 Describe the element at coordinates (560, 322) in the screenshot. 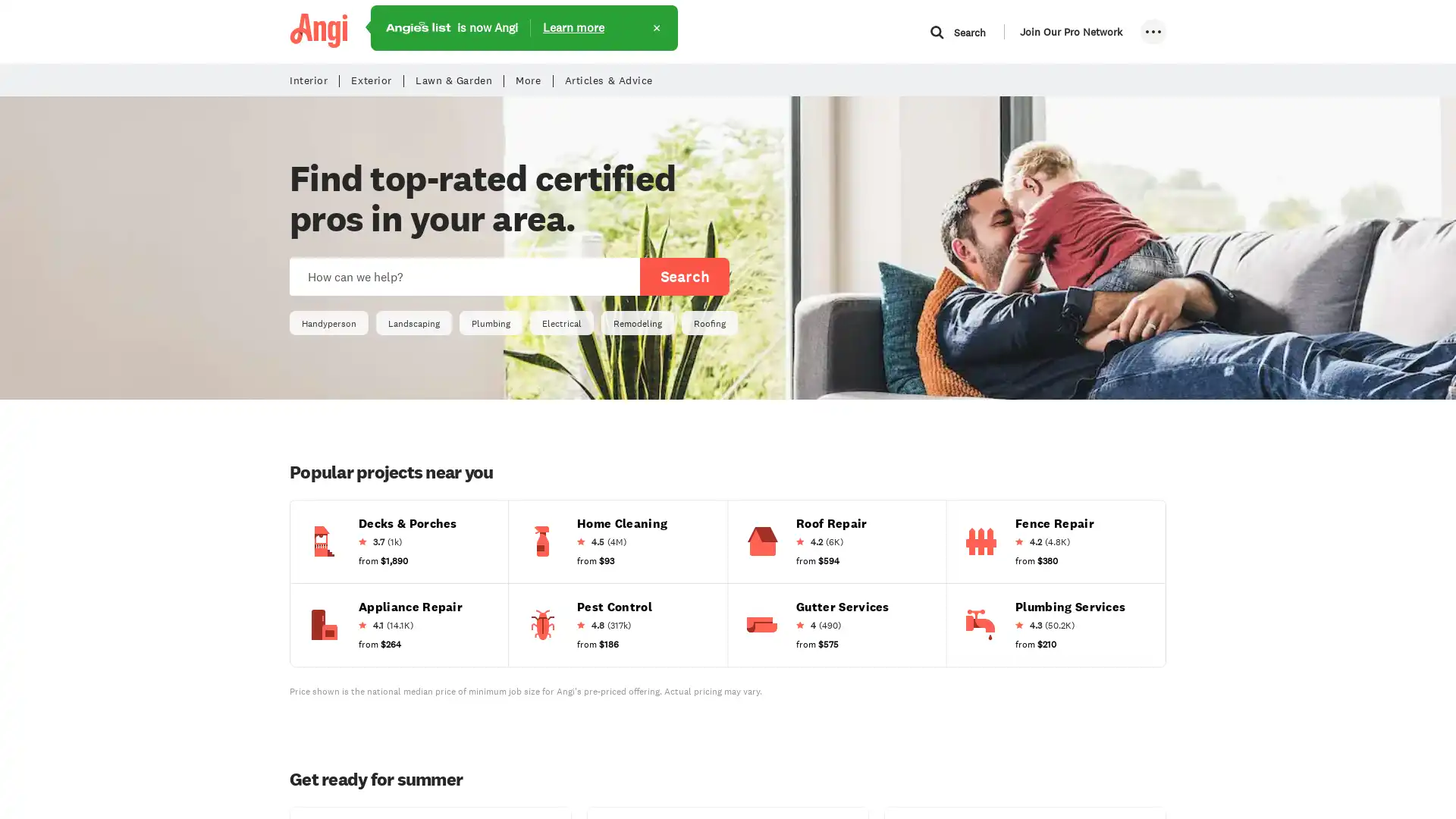

I see `Submit a request for Electrical.` at that location.